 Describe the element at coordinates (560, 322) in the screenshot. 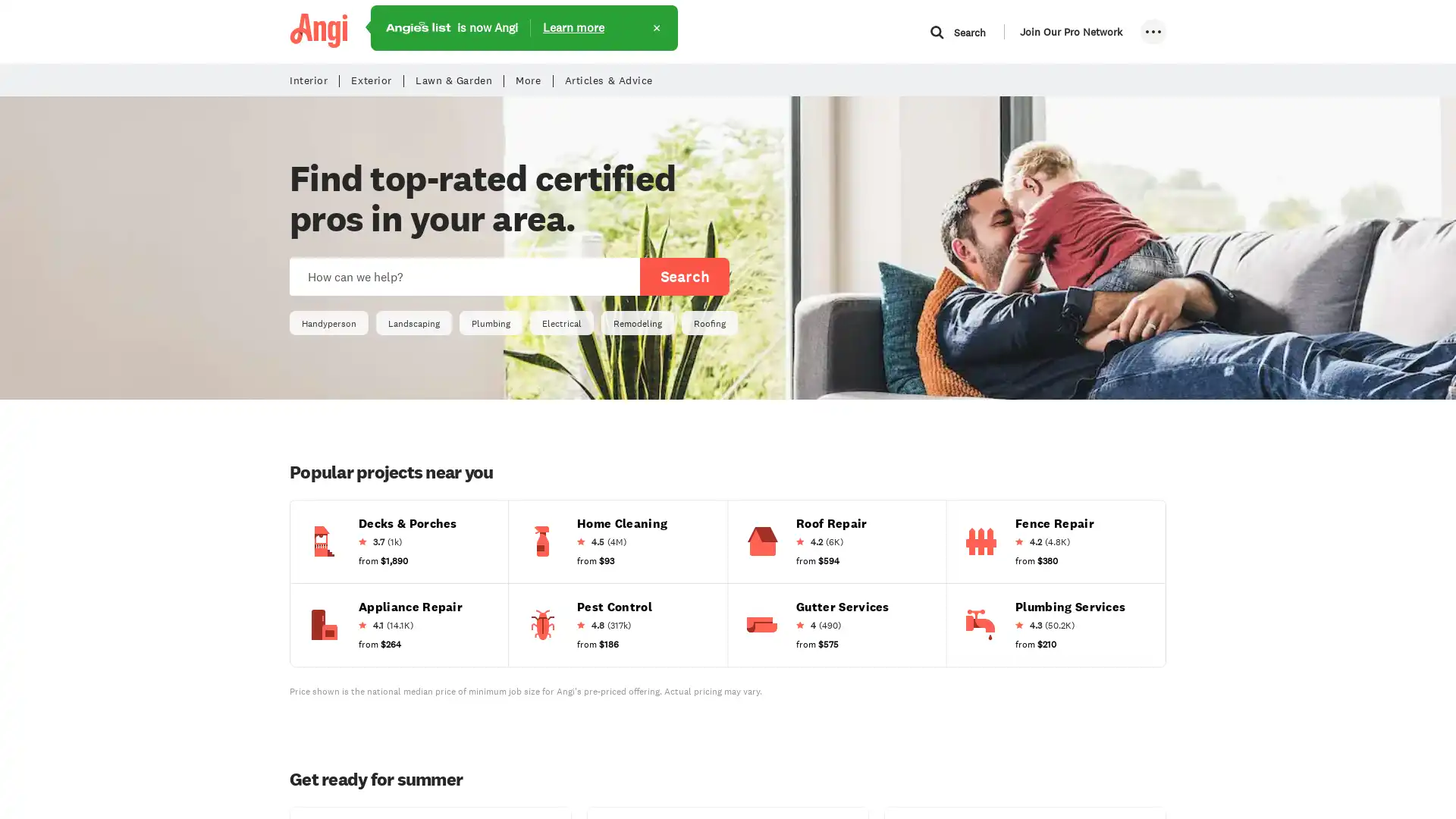

I see `Submit a request for Electrical.` at that location.